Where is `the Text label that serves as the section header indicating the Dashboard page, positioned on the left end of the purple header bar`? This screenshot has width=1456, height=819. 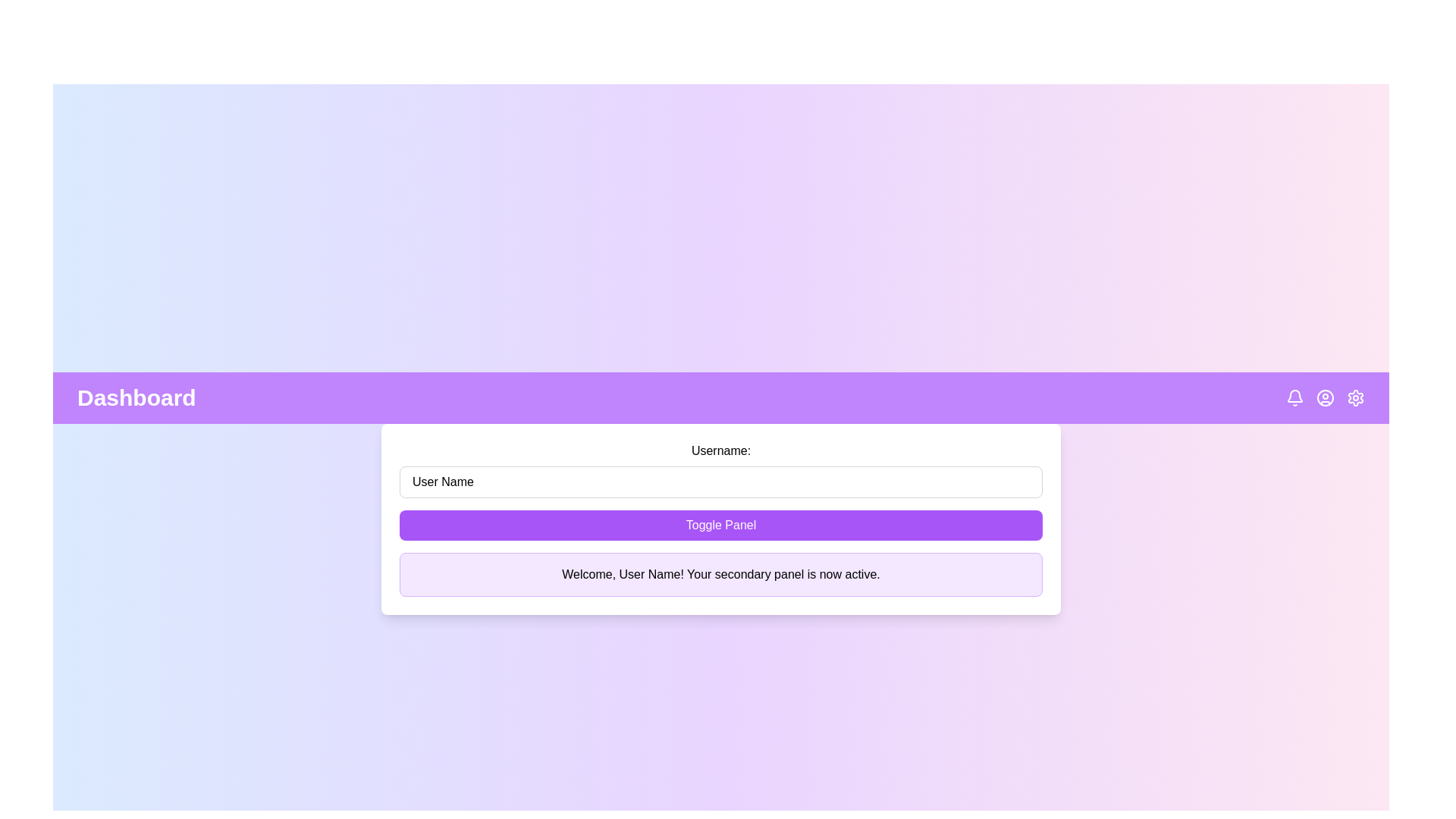 the Text label that serves as the section header indicating the Dashboard page, positioned on the left end of the purple header bar is located at coordinates (136, 397).